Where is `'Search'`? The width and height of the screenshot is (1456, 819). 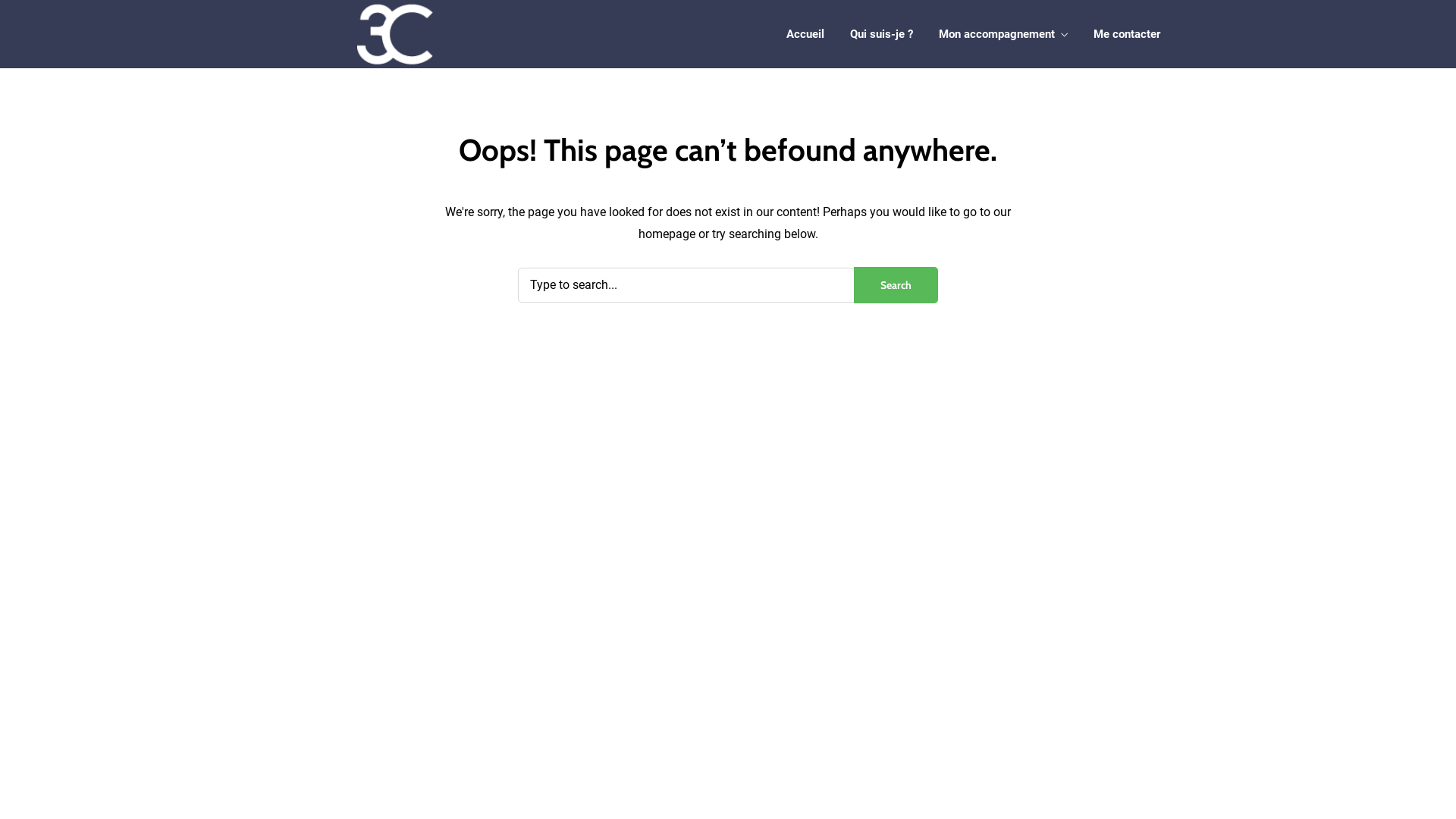
'Search' is located at coordinates (854, 284).